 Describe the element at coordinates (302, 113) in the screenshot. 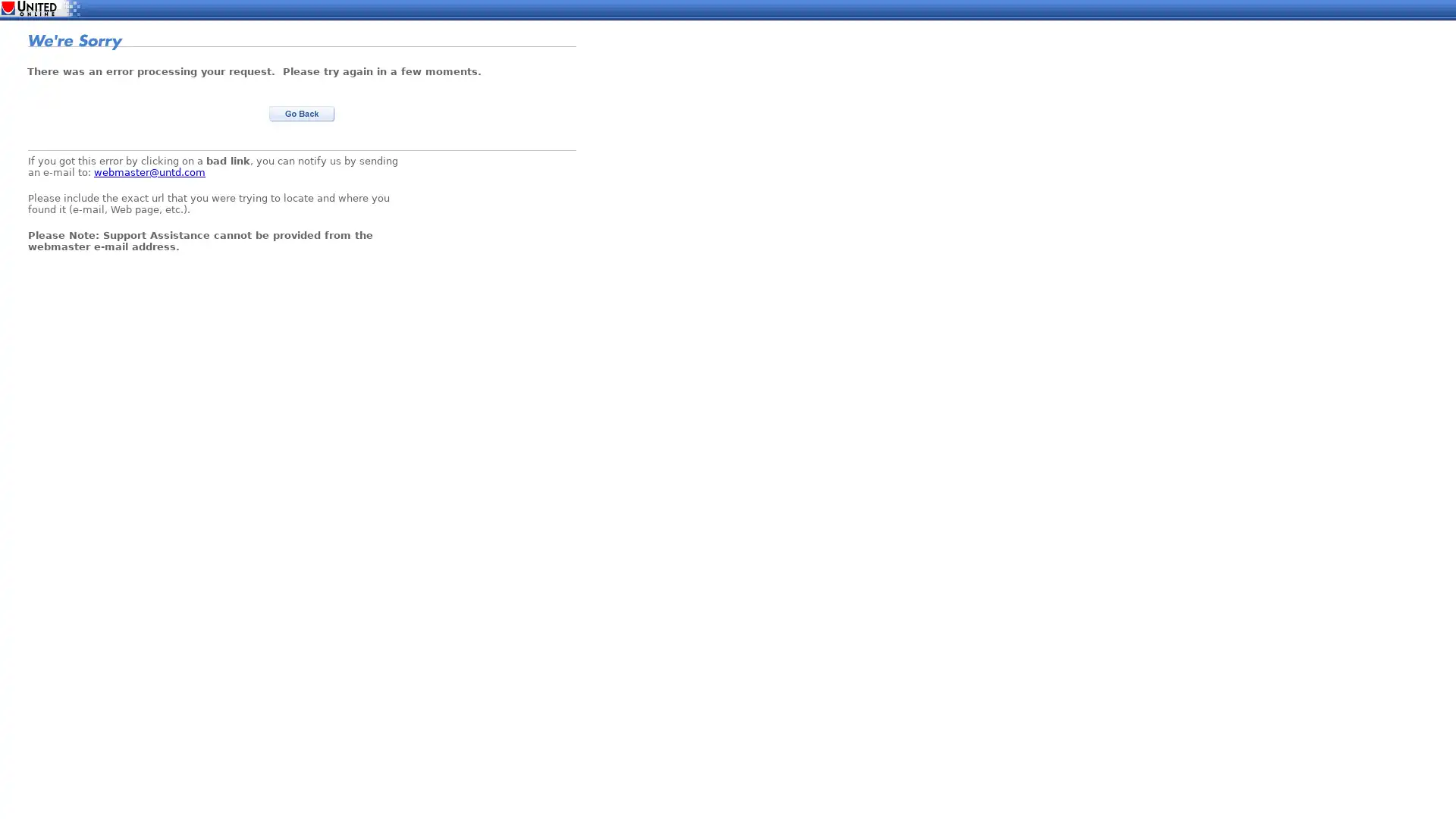

I see `Submit` at that location.